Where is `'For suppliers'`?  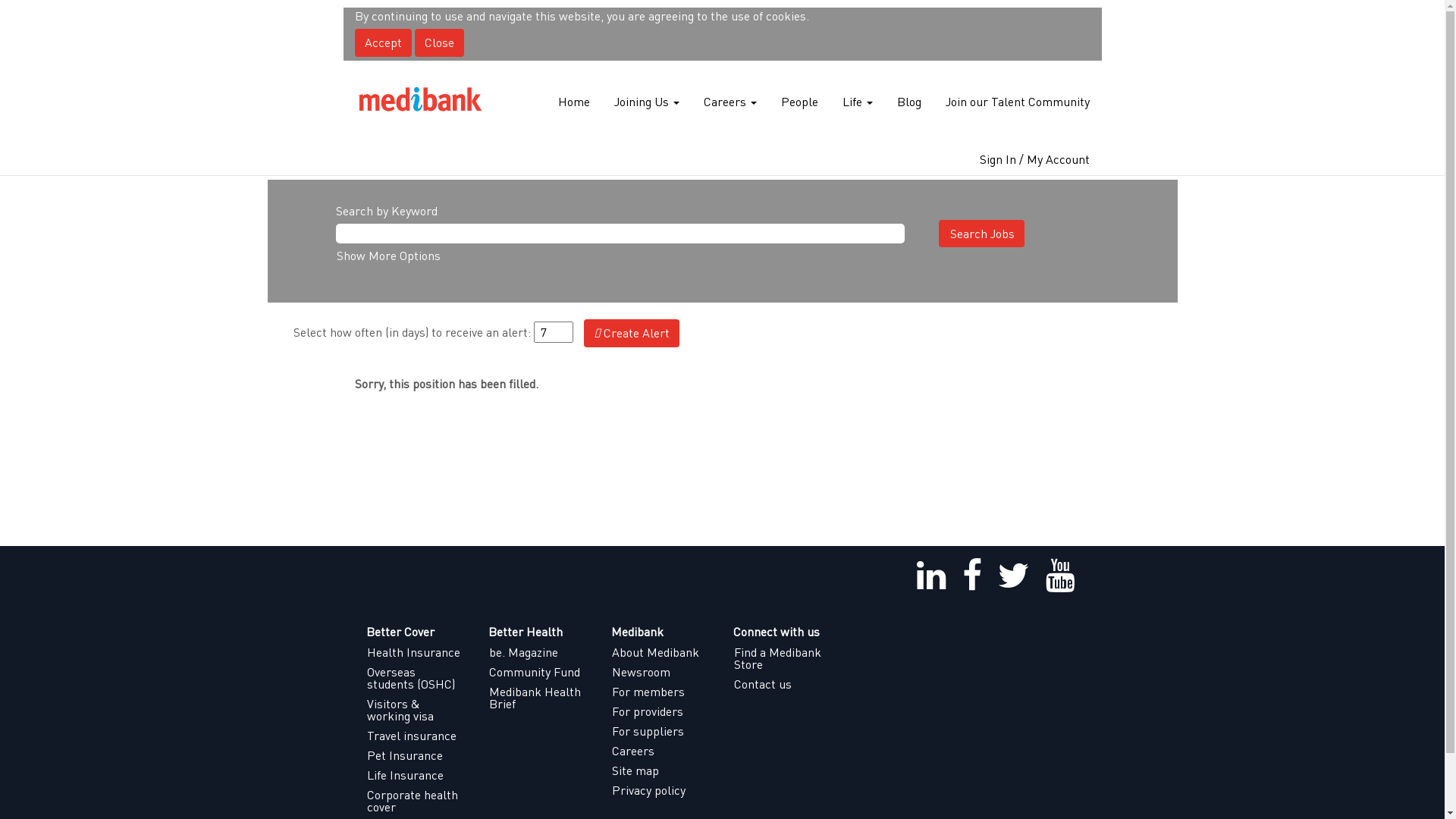 'For suppliers' is located at coordinates (661, 730).